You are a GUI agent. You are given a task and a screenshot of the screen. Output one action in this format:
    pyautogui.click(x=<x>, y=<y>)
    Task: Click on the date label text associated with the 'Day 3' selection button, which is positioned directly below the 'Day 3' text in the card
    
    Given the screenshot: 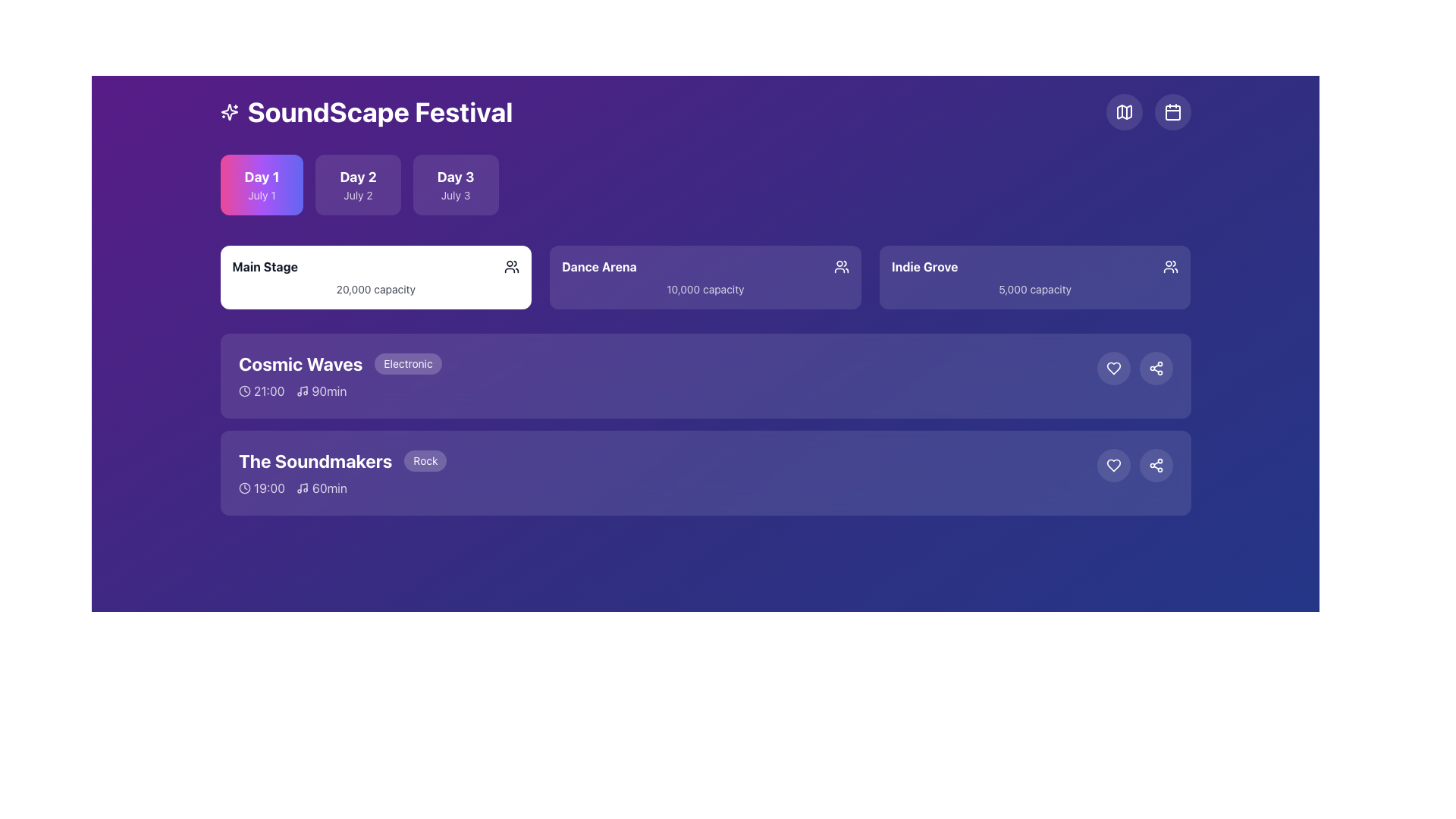 What is the action you would take?
    pyautogui.click(x=455, y=195)
    